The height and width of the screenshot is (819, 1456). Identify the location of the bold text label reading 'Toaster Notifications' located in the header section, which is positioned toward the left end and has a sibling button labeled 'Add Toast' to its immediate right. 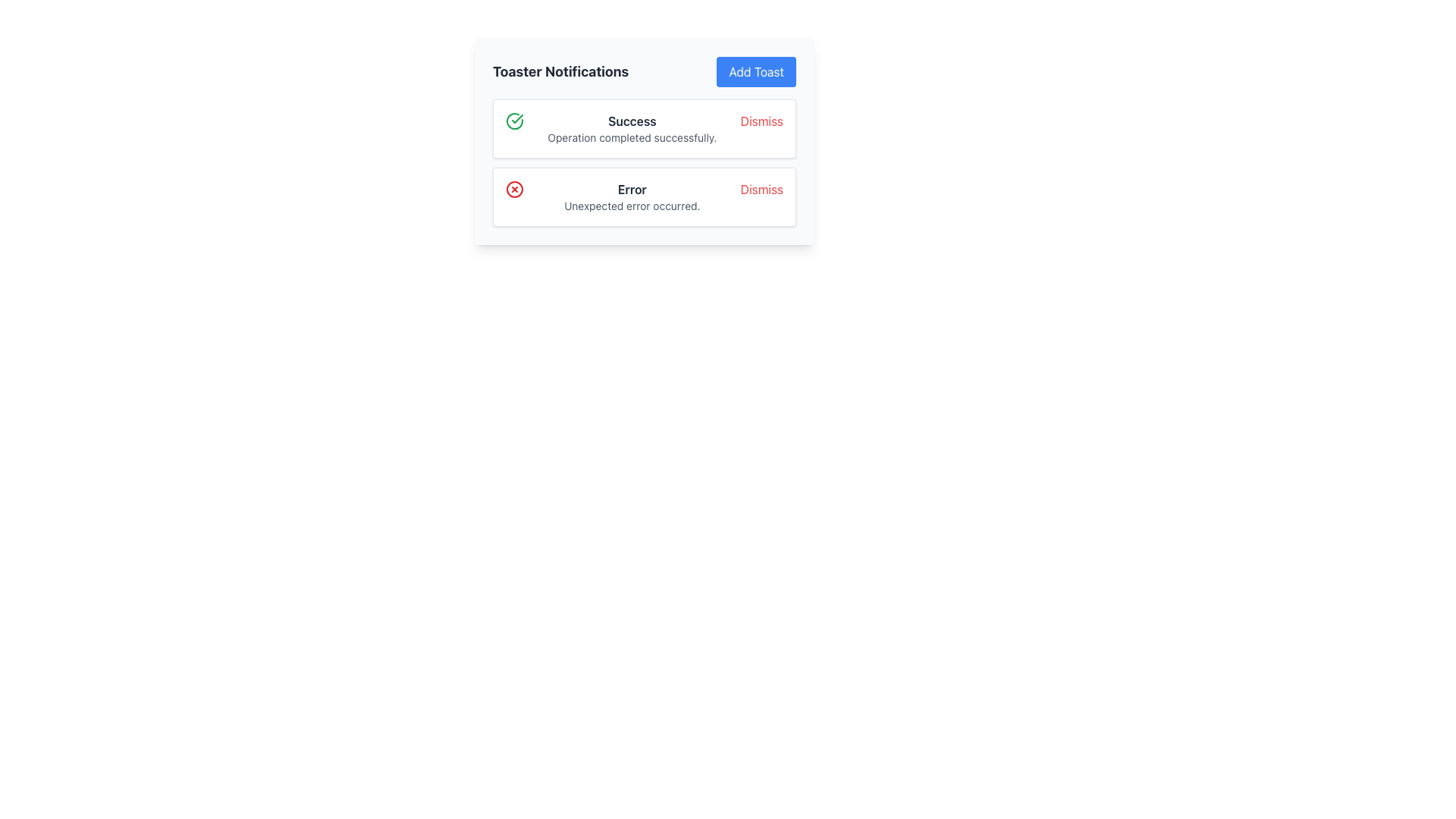
(560, 72).